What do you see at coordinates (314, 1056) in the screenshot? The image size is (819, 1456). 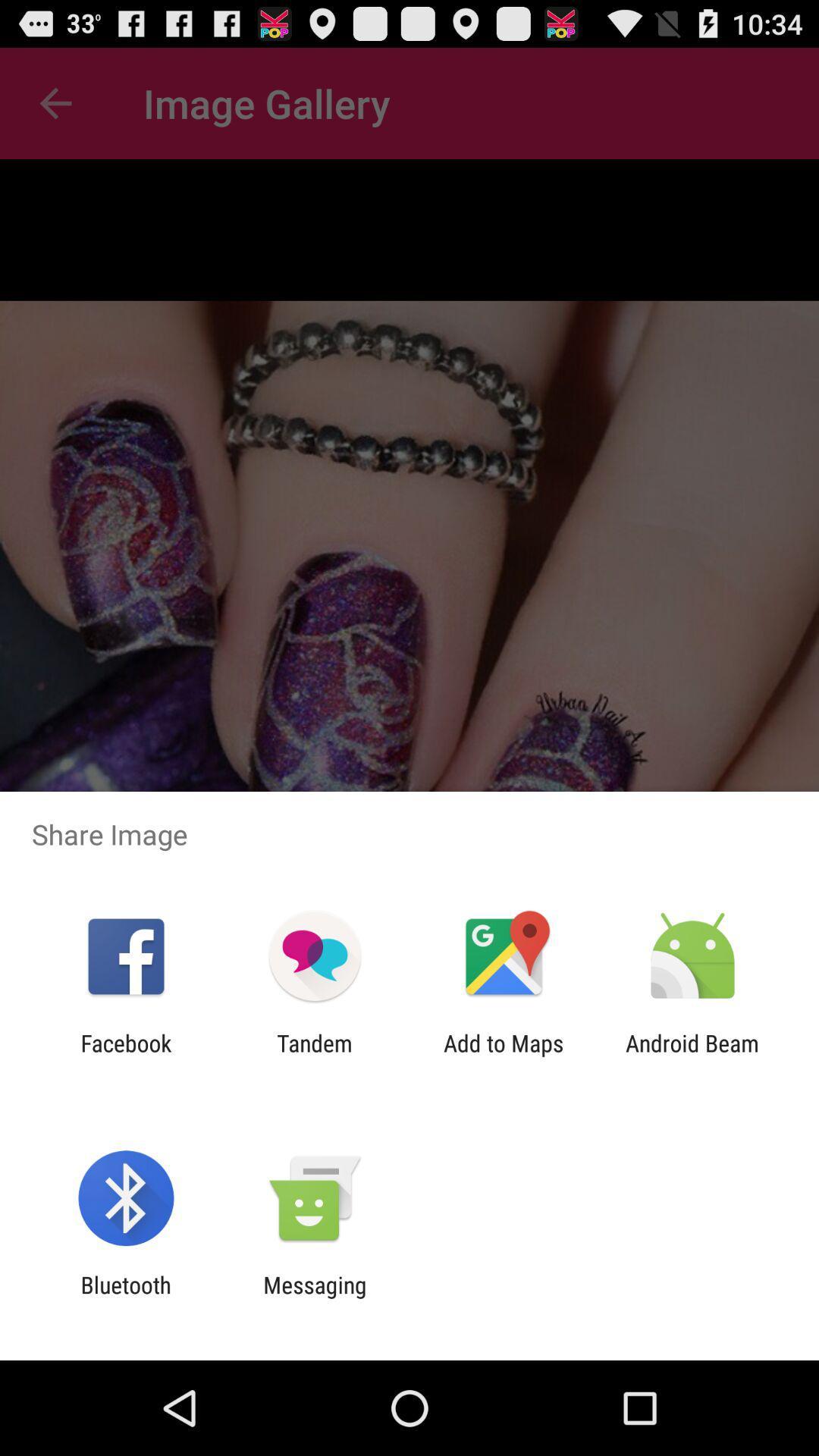 I see `tandem item` at bounding box center [314, 1056].